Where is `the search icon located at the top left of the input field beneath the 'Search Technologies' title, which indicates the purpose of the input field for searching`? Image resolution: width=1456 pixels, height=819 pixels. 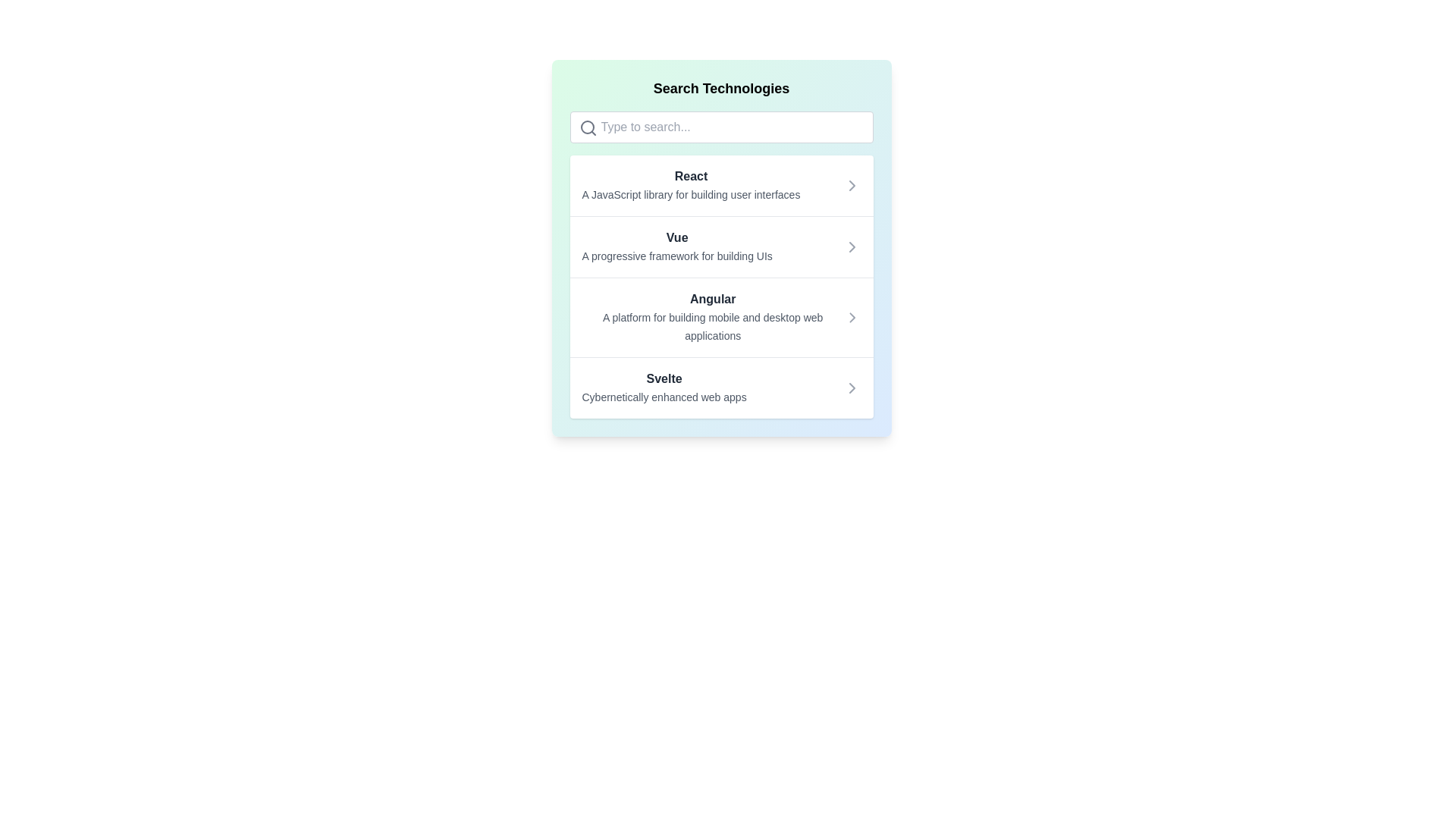
the search icon located at the top left of the input field beneath the 'Search Technologies' title, which indicates the purpose of the input field for searching is located at coordinates (587, 127).